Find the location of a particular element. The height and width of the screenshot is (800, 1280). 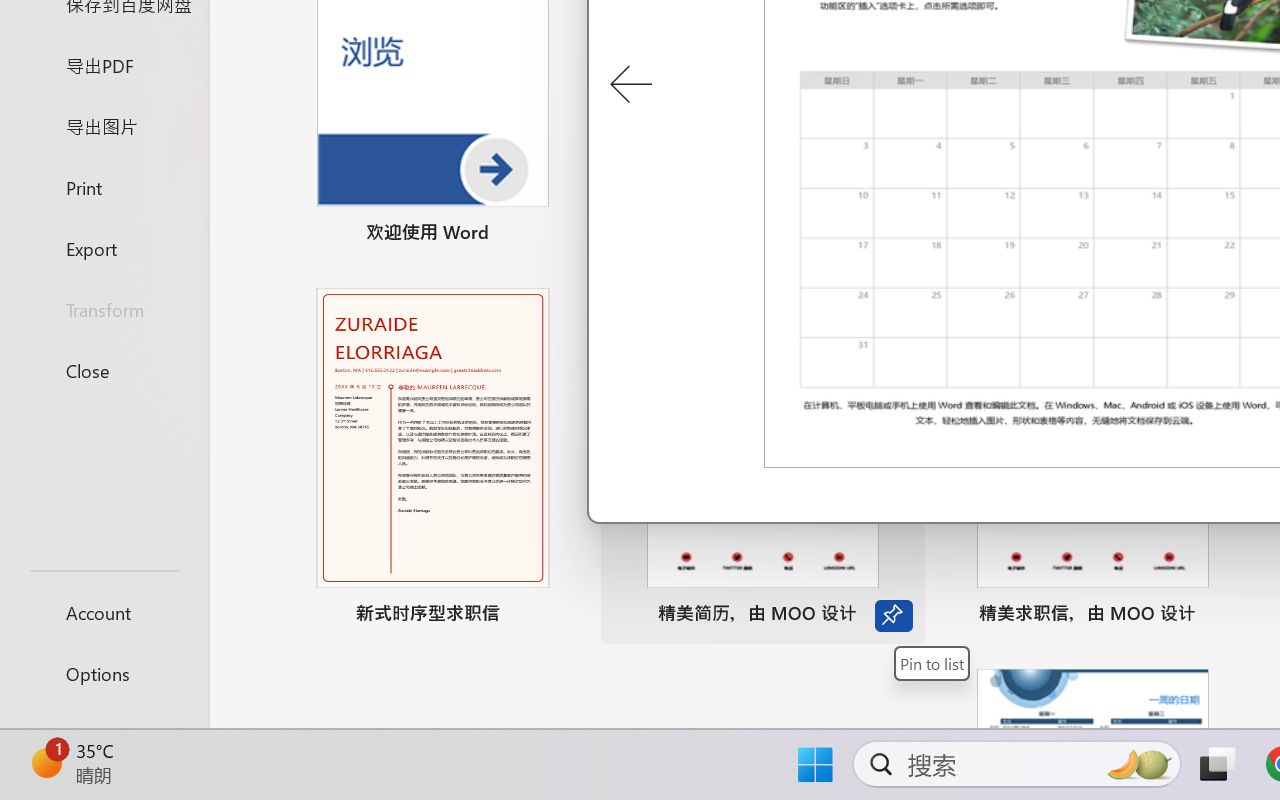

'Account' is located at coordinates (103, 612).